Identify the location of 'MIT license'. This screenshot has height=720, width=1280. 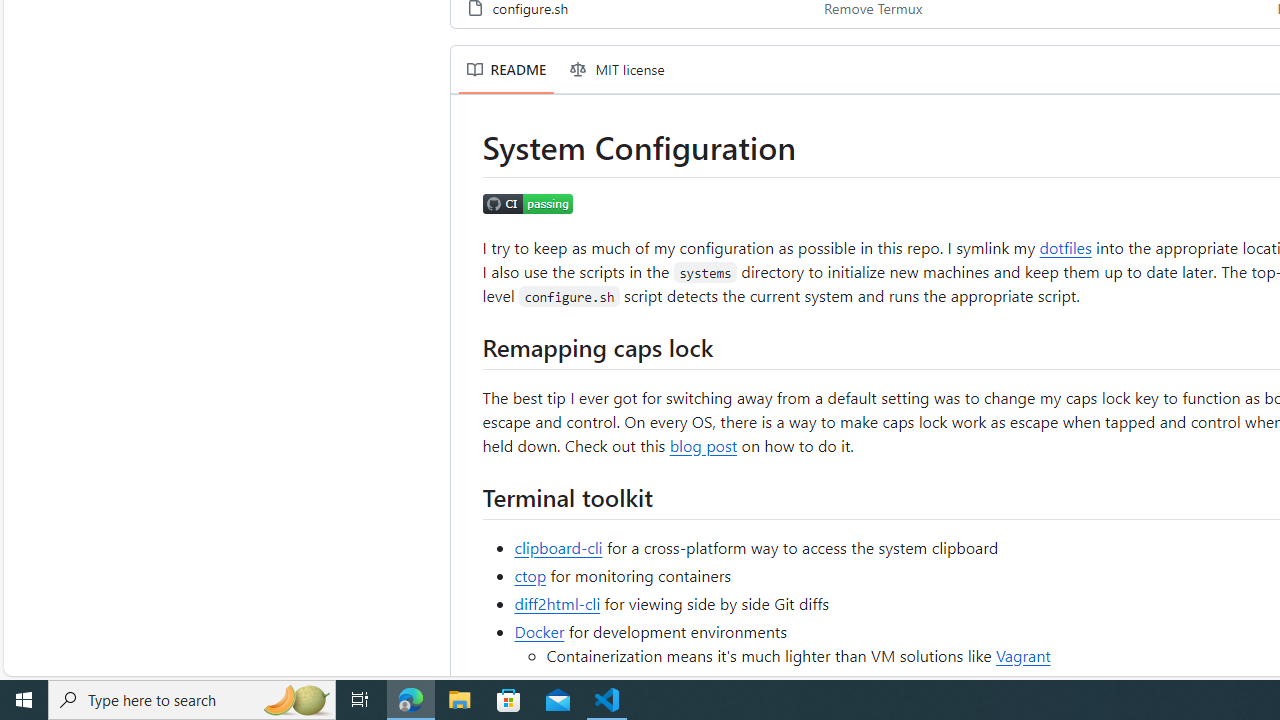
(617, 68).